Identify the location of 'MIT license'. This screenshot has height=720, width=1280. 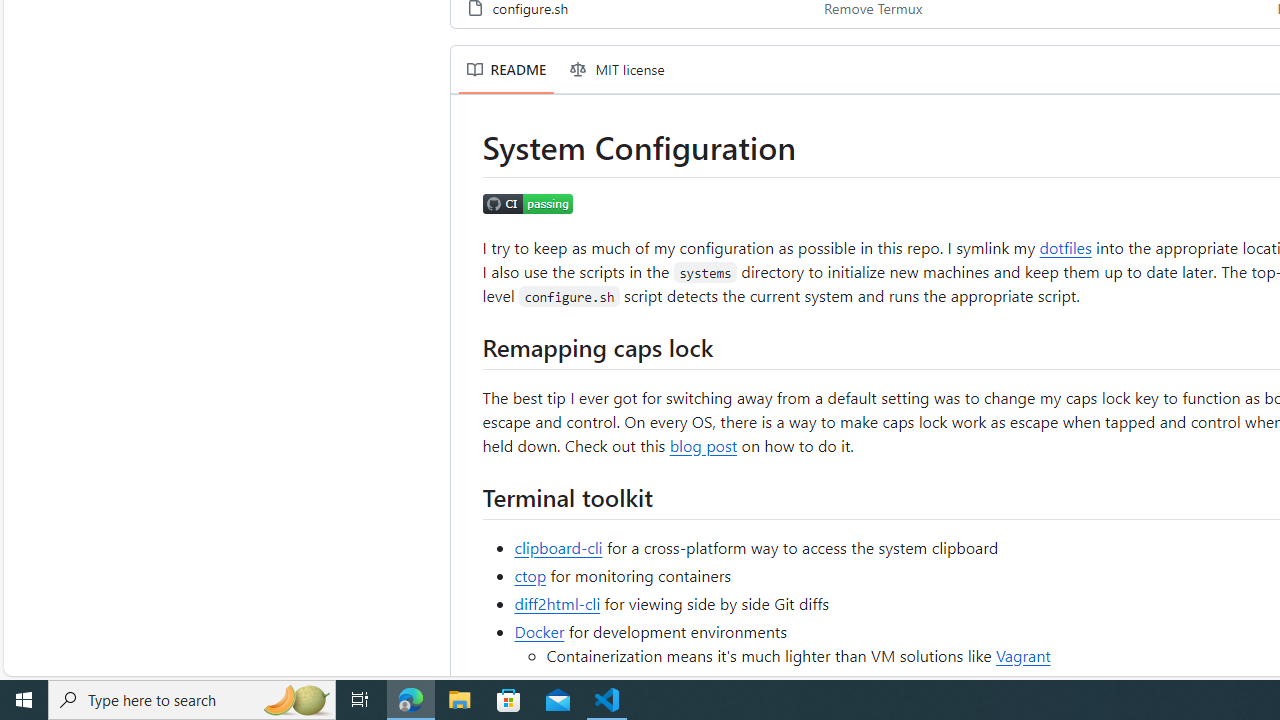
(617, 68).